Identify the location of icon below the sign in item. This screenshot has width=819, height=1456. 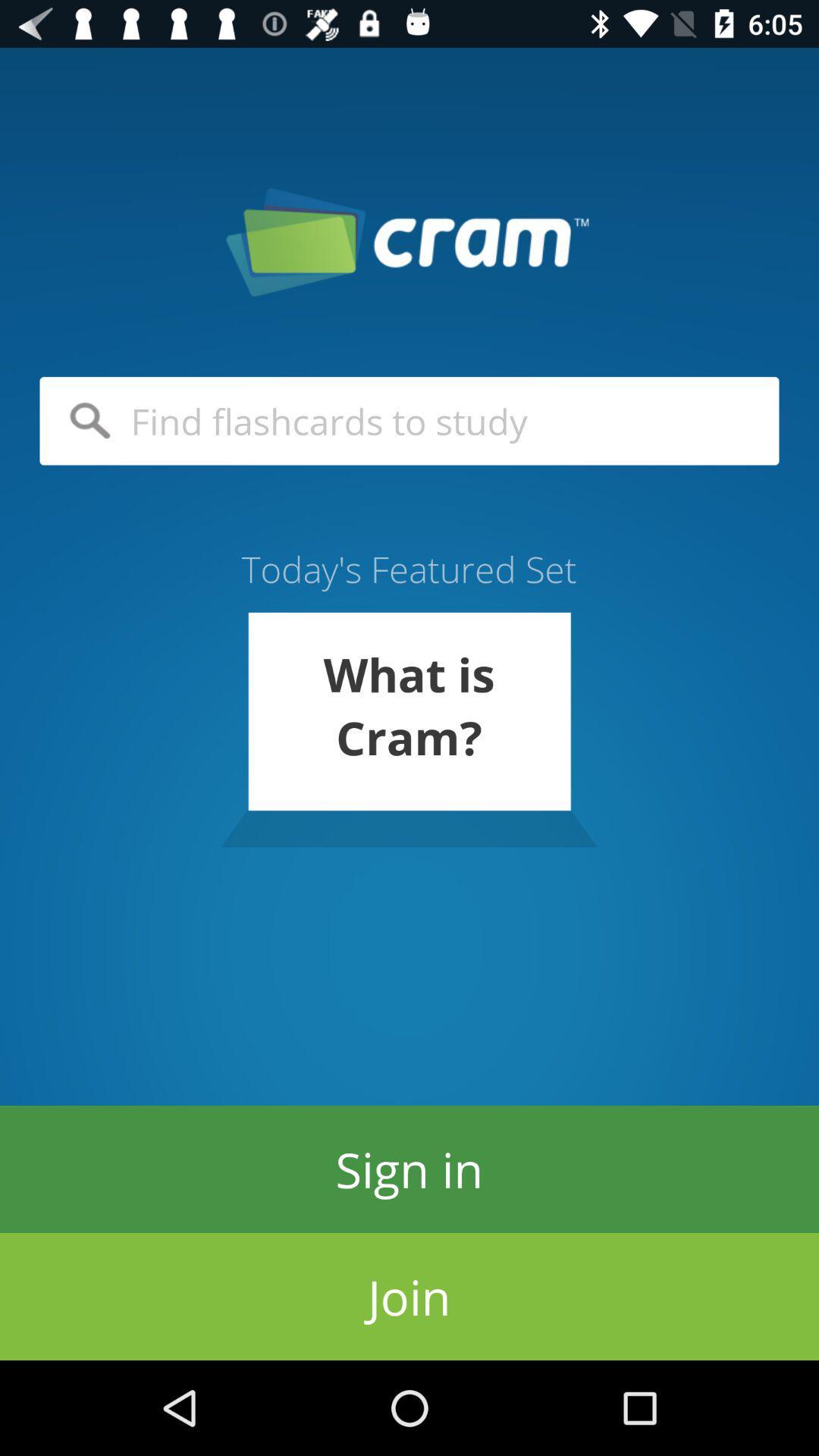
(409, 1295).